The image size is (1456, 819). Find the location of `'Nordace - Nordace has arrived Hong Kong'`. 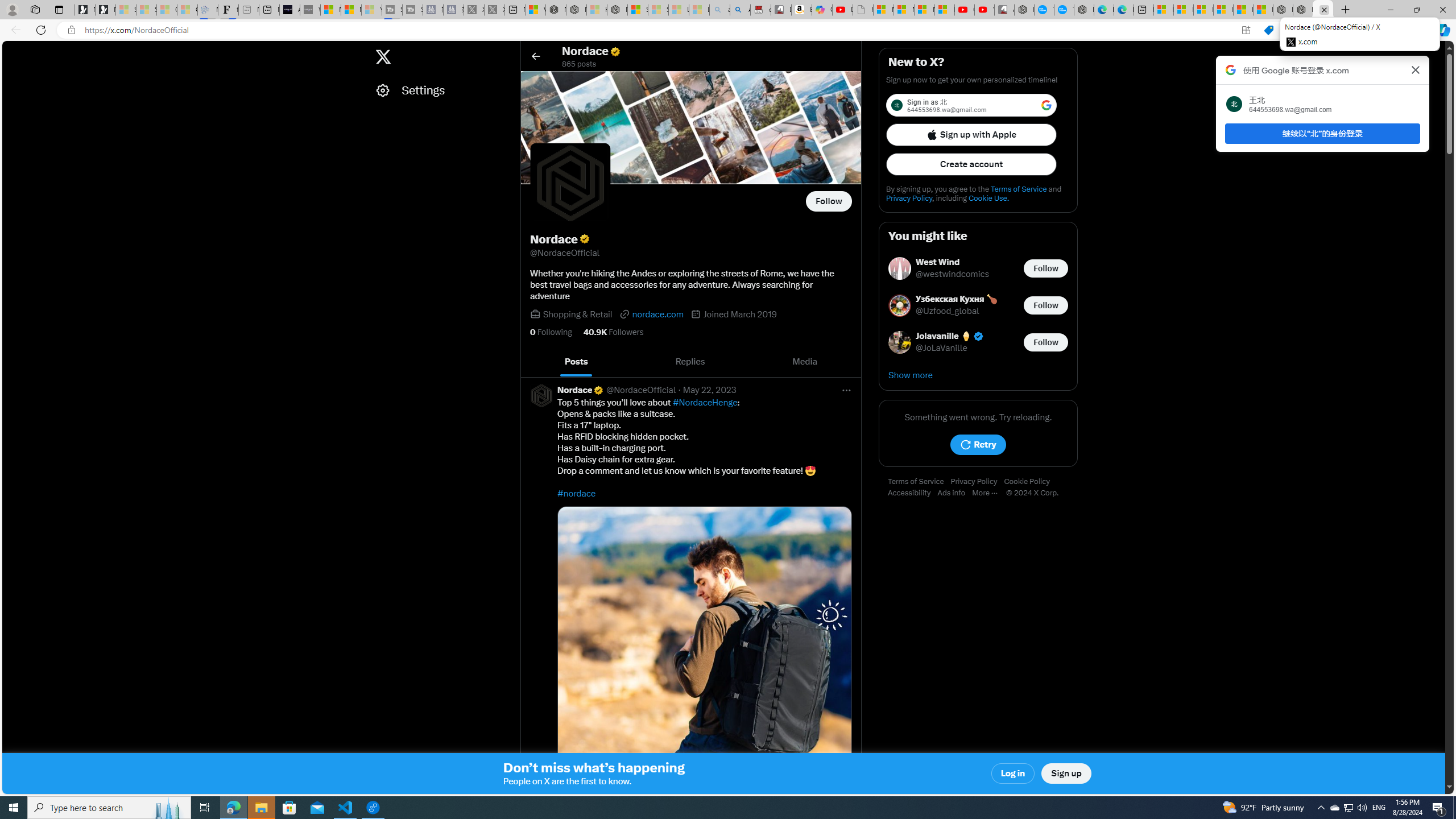

'Nordace - Nordace has arrived Hong Kong' is located at coordinates (1083, 9).